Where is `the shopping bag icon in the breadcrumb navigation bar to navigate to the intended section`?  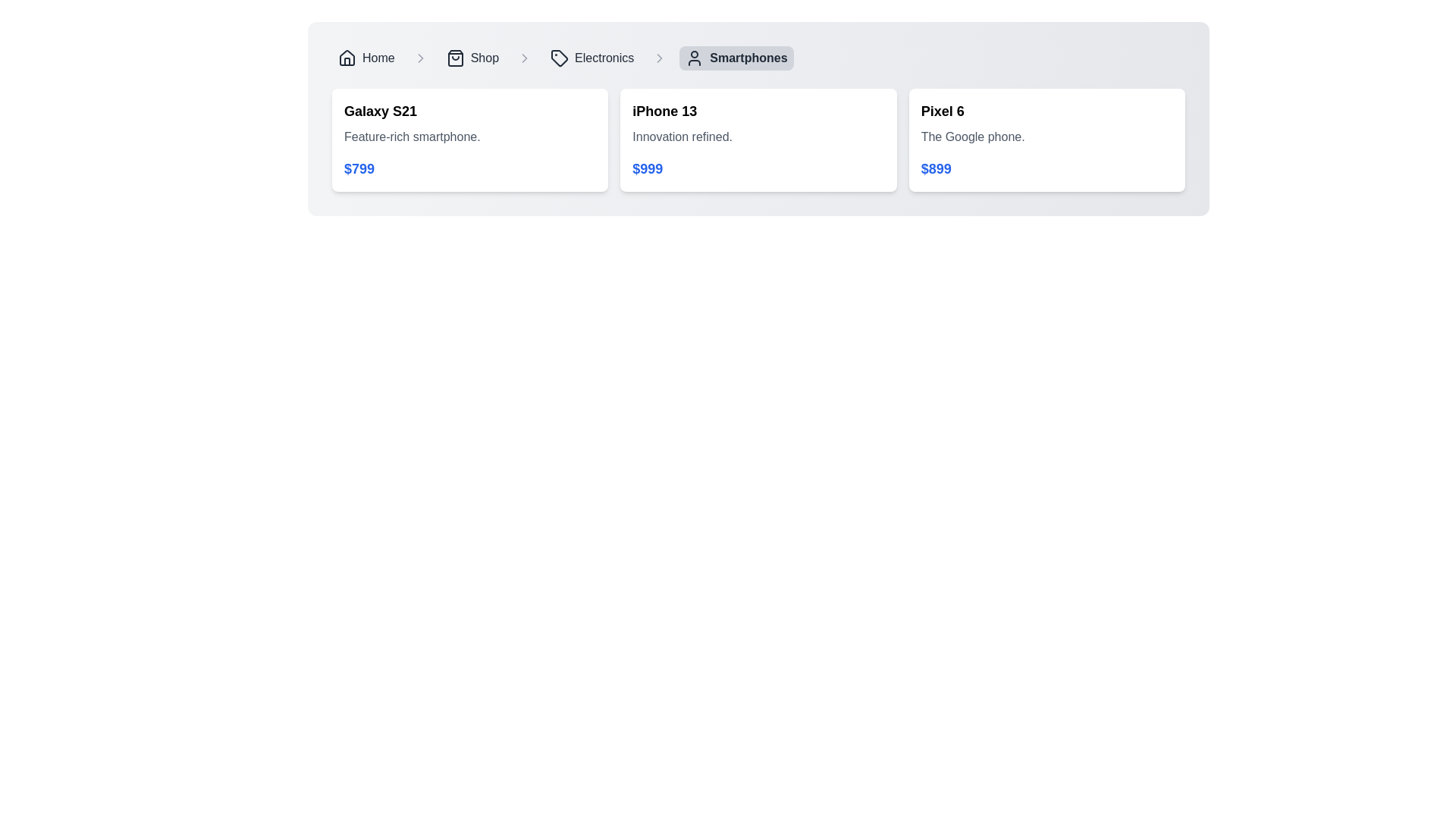
the shopping bag icon in the breadcrumb navigation bar to navigate to the intended section is located at coordinates (454, 58).